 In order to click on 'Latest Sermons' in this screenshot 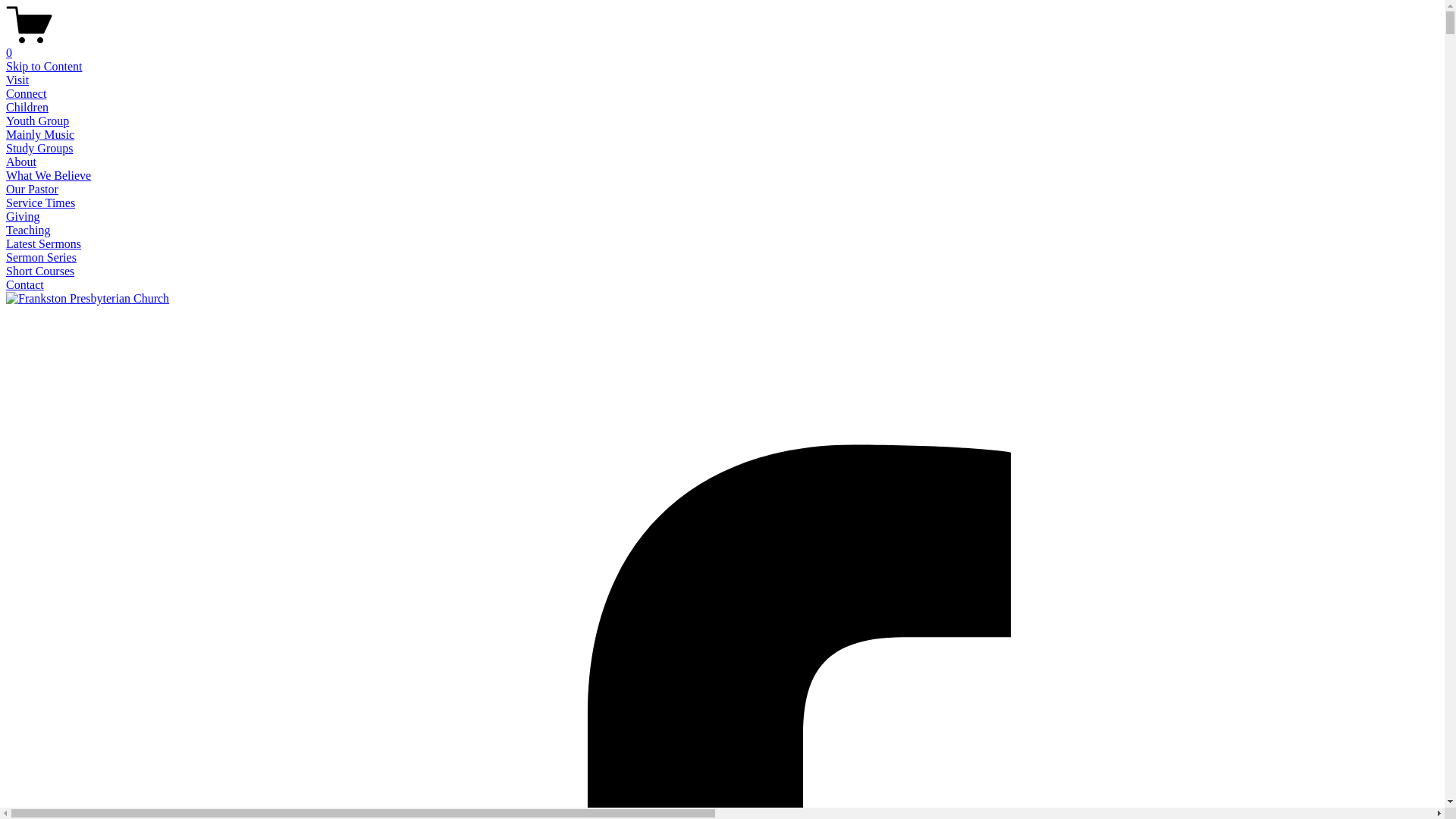, I will do `click(43, 243)`.